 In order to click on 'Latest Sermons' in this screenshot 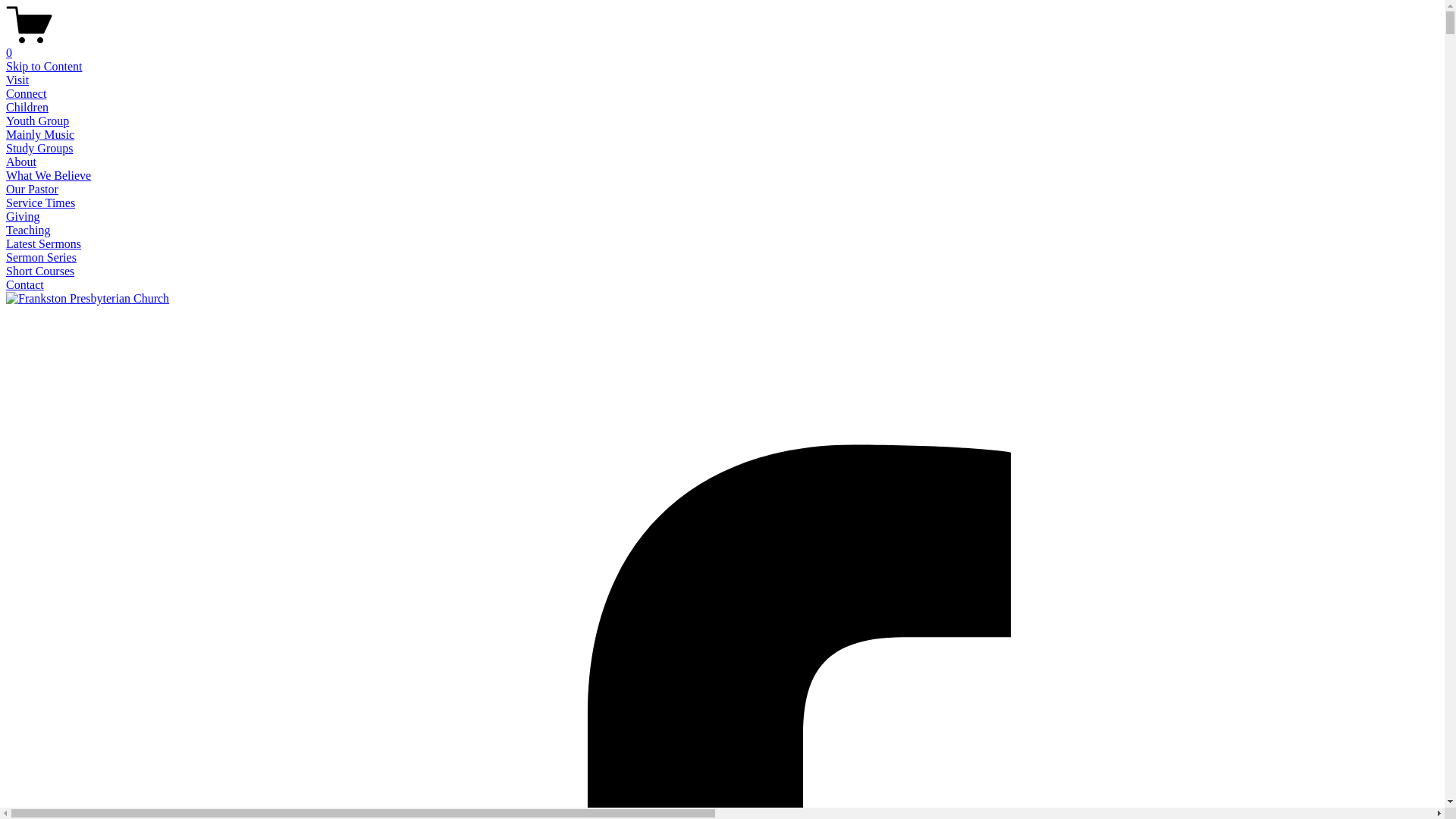, I will do `click(43, 243)`.